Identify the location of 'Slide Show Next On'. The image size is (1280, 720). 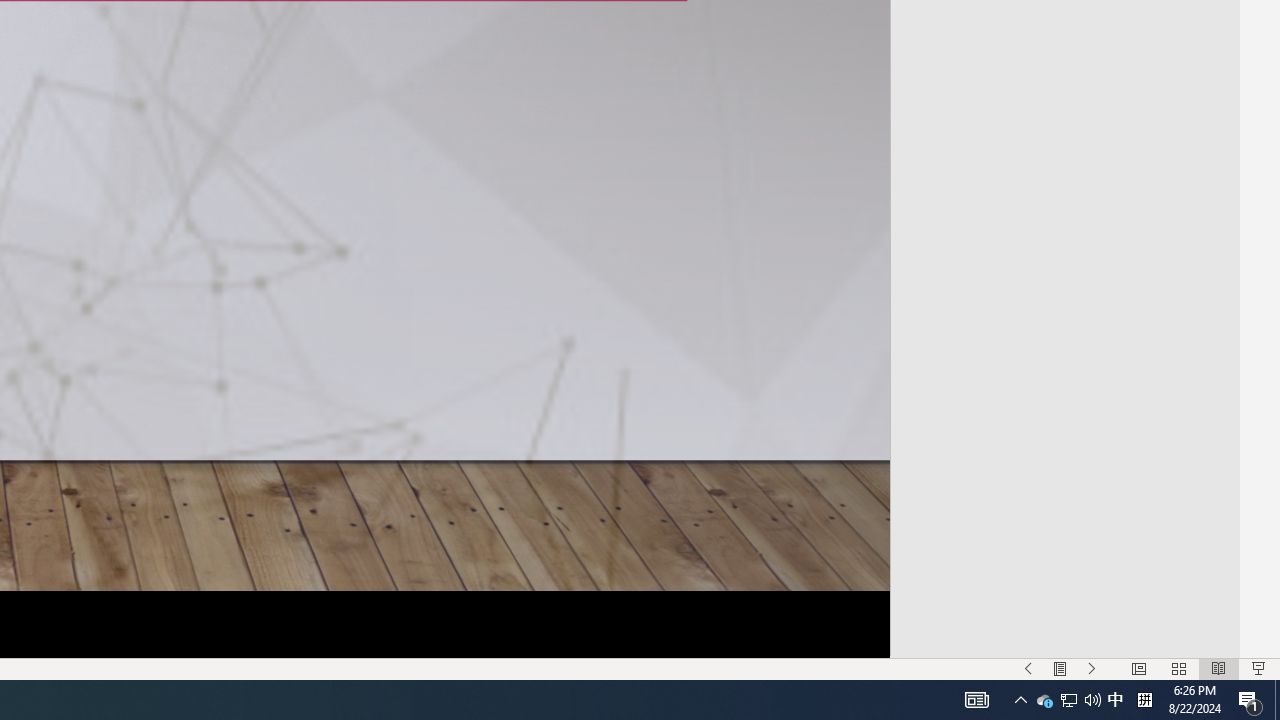
(1091, 669).